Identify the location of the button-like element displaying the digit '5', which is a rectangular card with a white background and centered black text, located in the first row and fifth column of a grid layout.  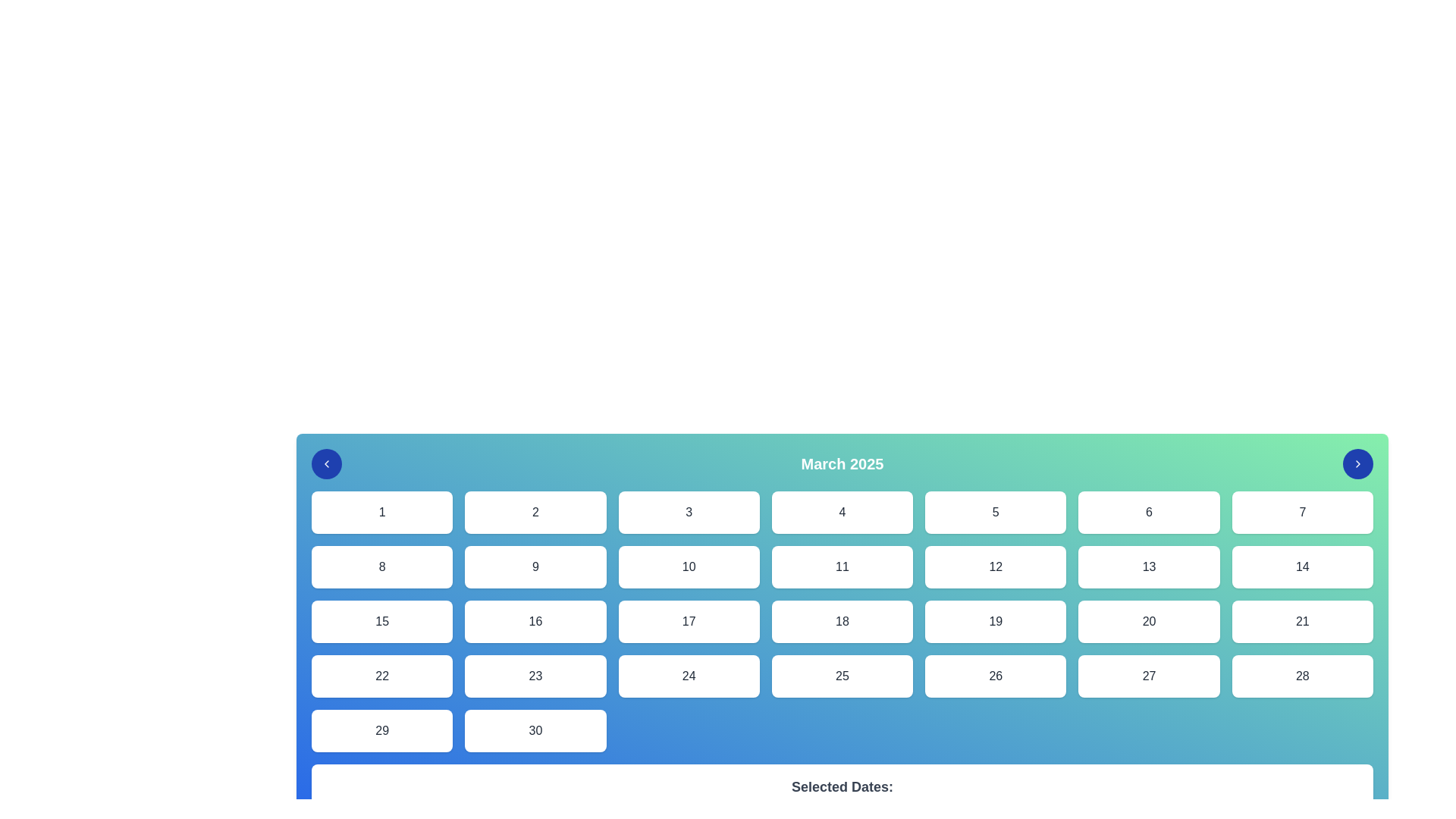
(996, 512).